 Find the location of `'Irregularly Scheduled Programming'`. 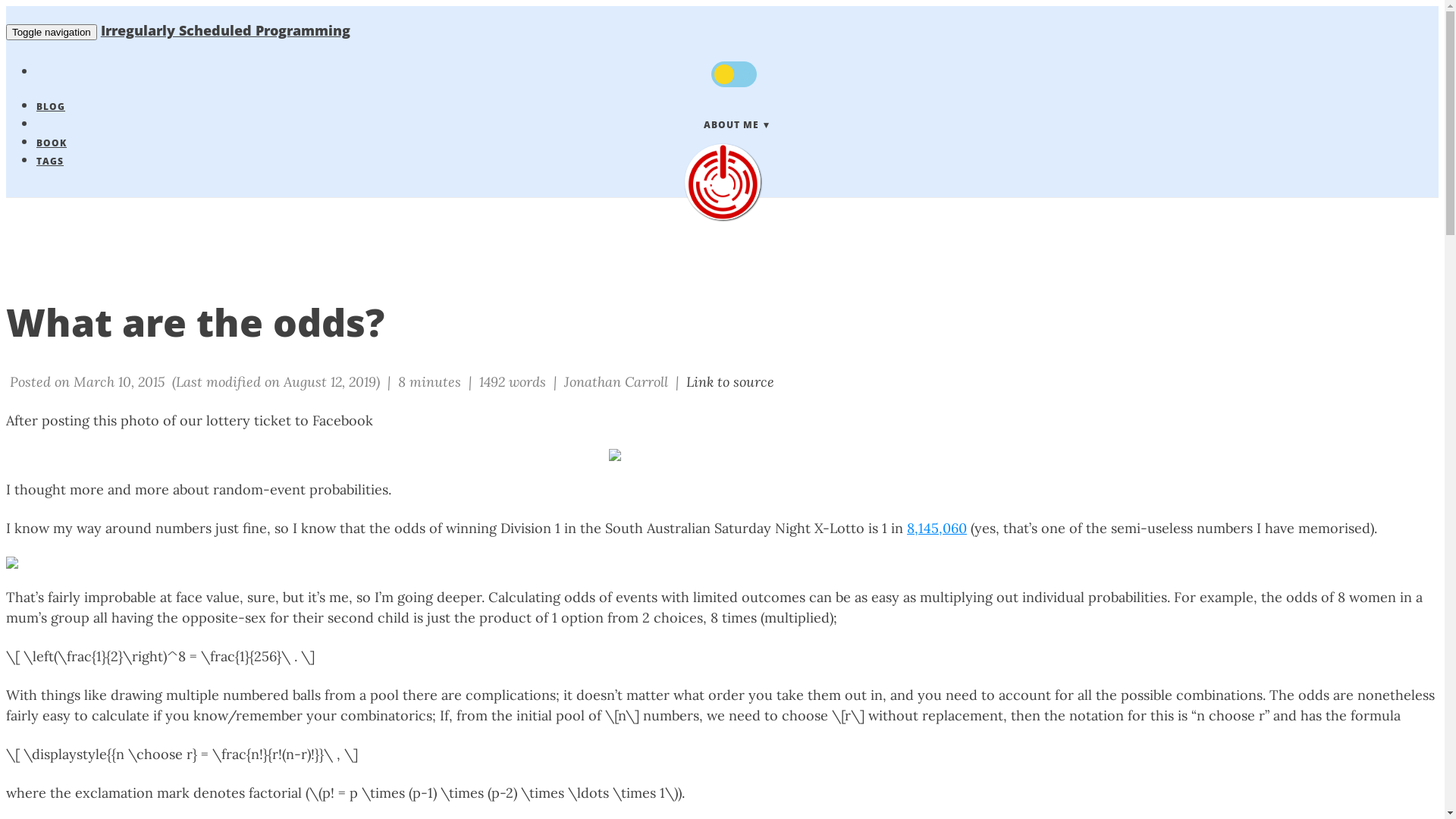

'Irregularly Scheduled Programming' is located at coordinates (224, 30).